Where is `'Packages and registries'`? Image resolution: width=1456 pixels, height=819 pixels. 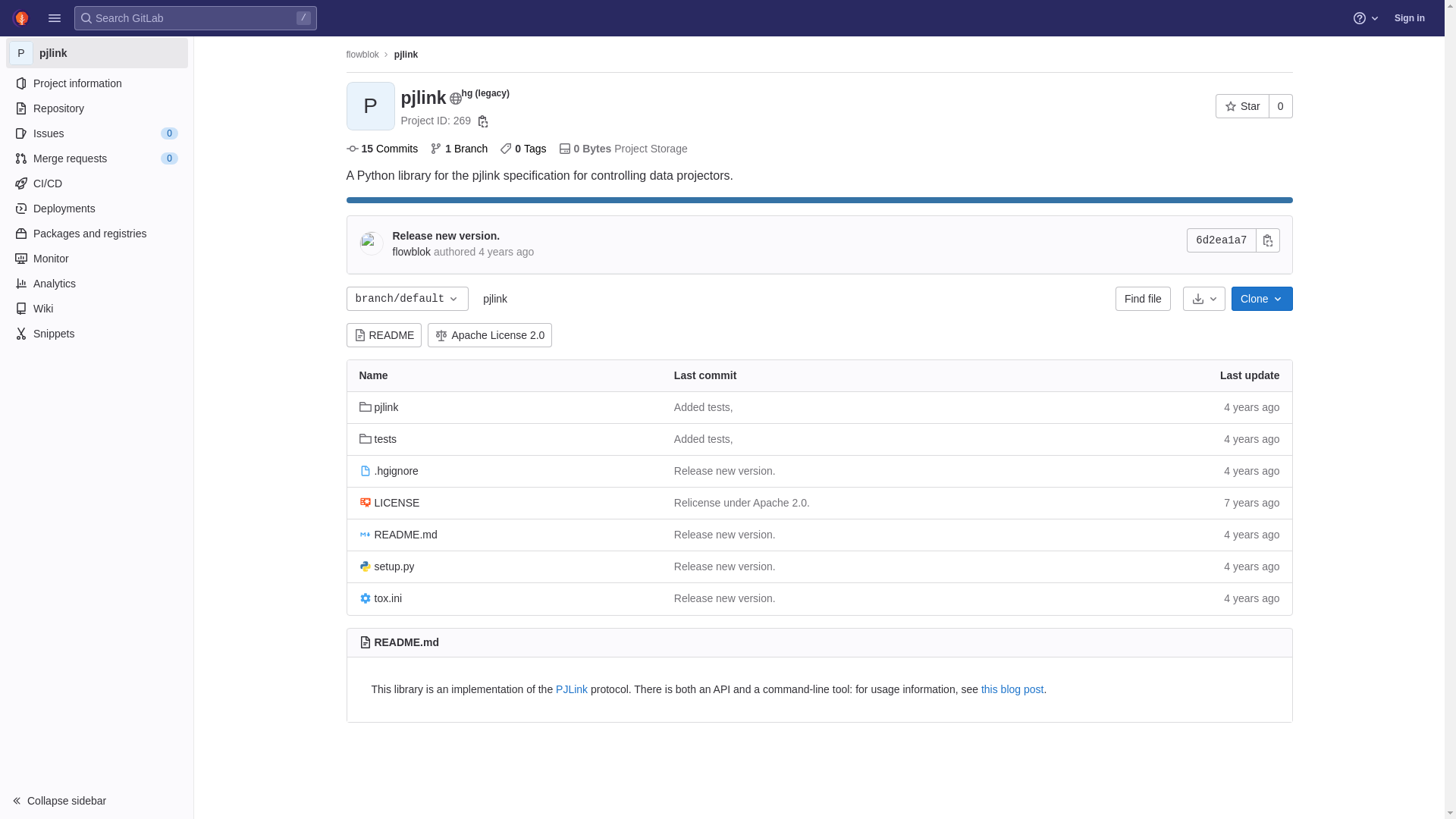
'Packages and registries' is located at coordinates (96, 234).